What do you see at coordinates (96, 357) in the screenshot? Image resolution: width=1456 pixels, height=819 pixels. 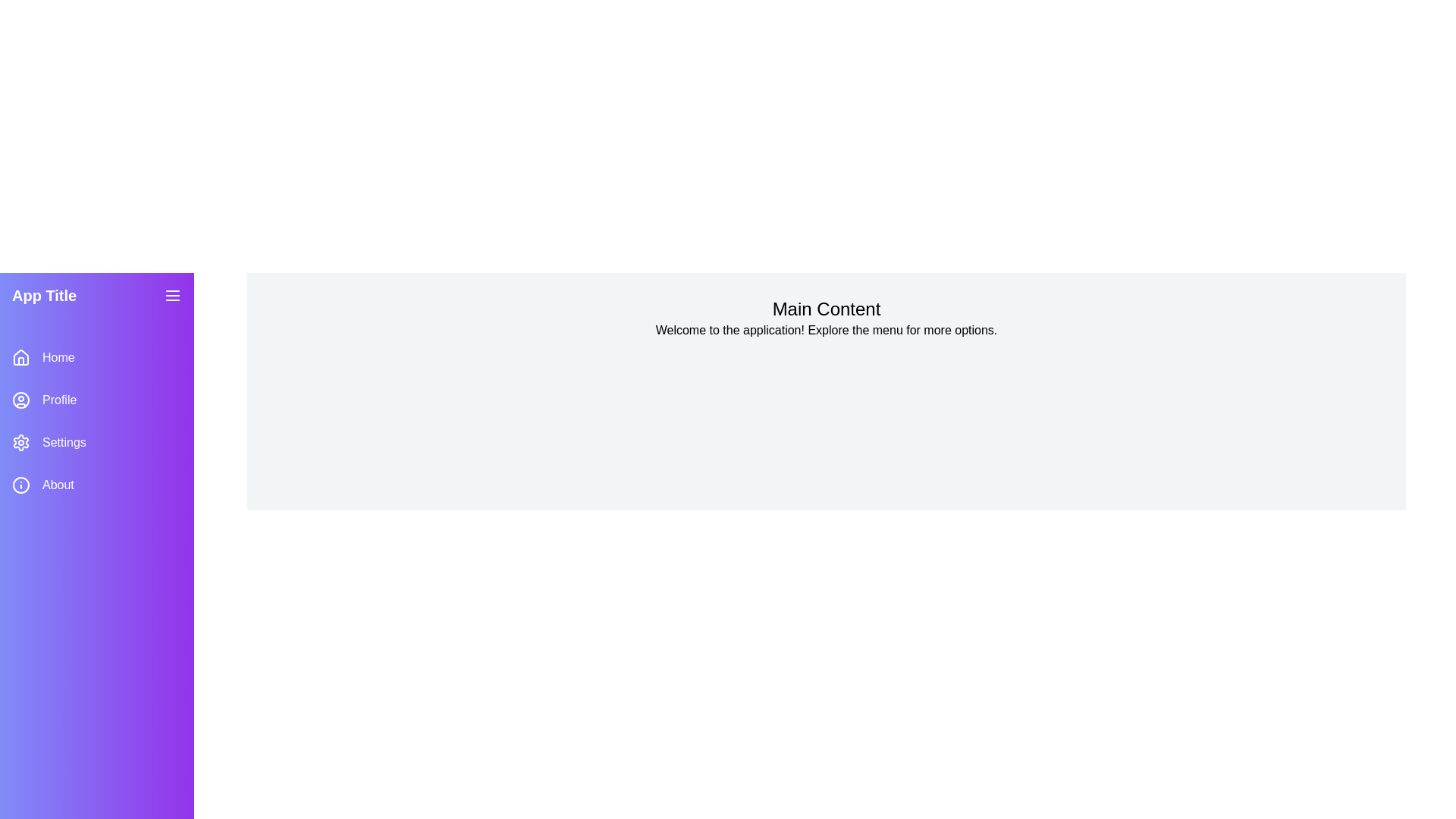 I see `the sidebar menu item labeled Home to navigate to the corresponding section` at bounding box center [96, 357].